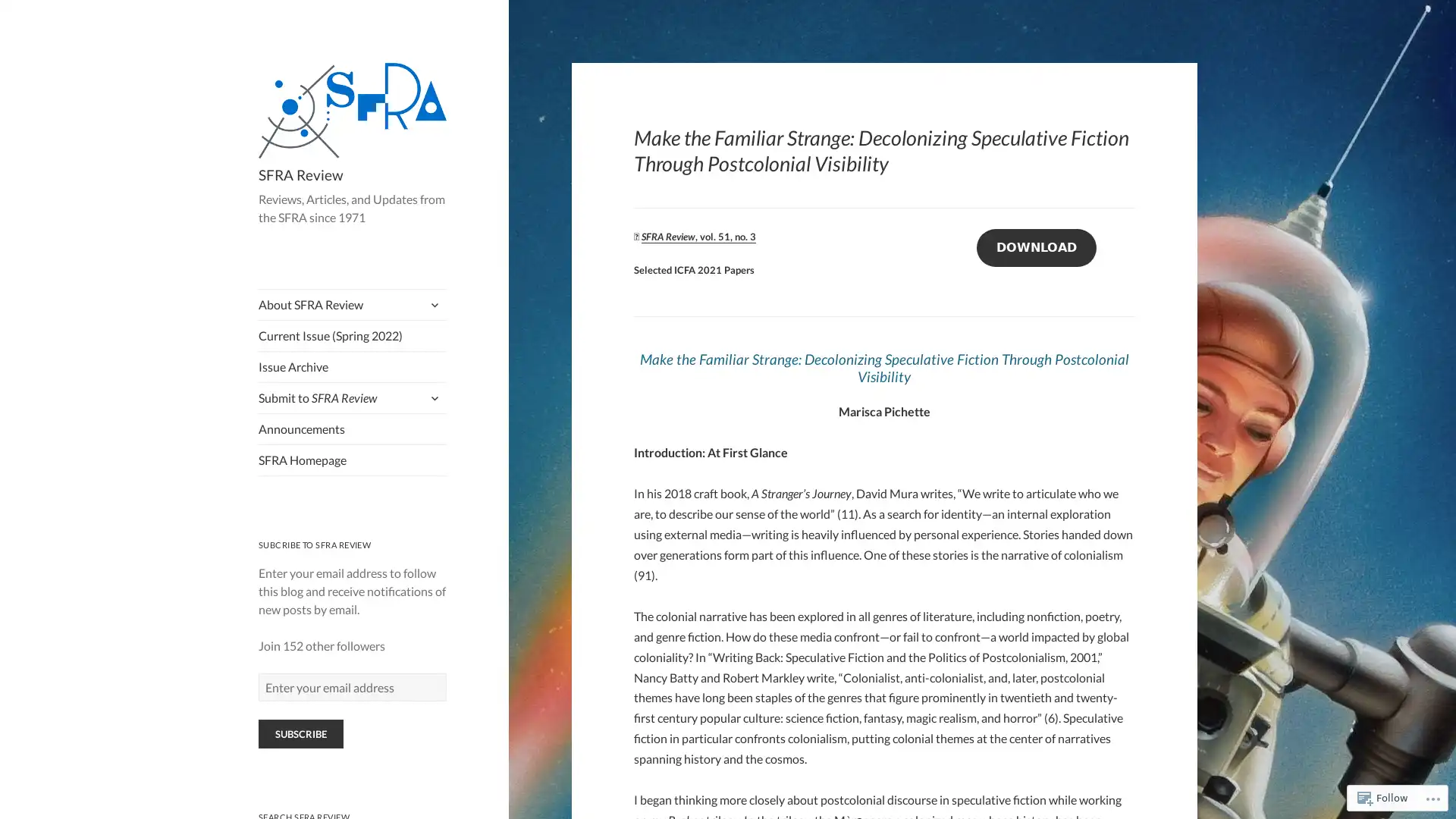  I want to click on expand child menu, so click(432, 397).